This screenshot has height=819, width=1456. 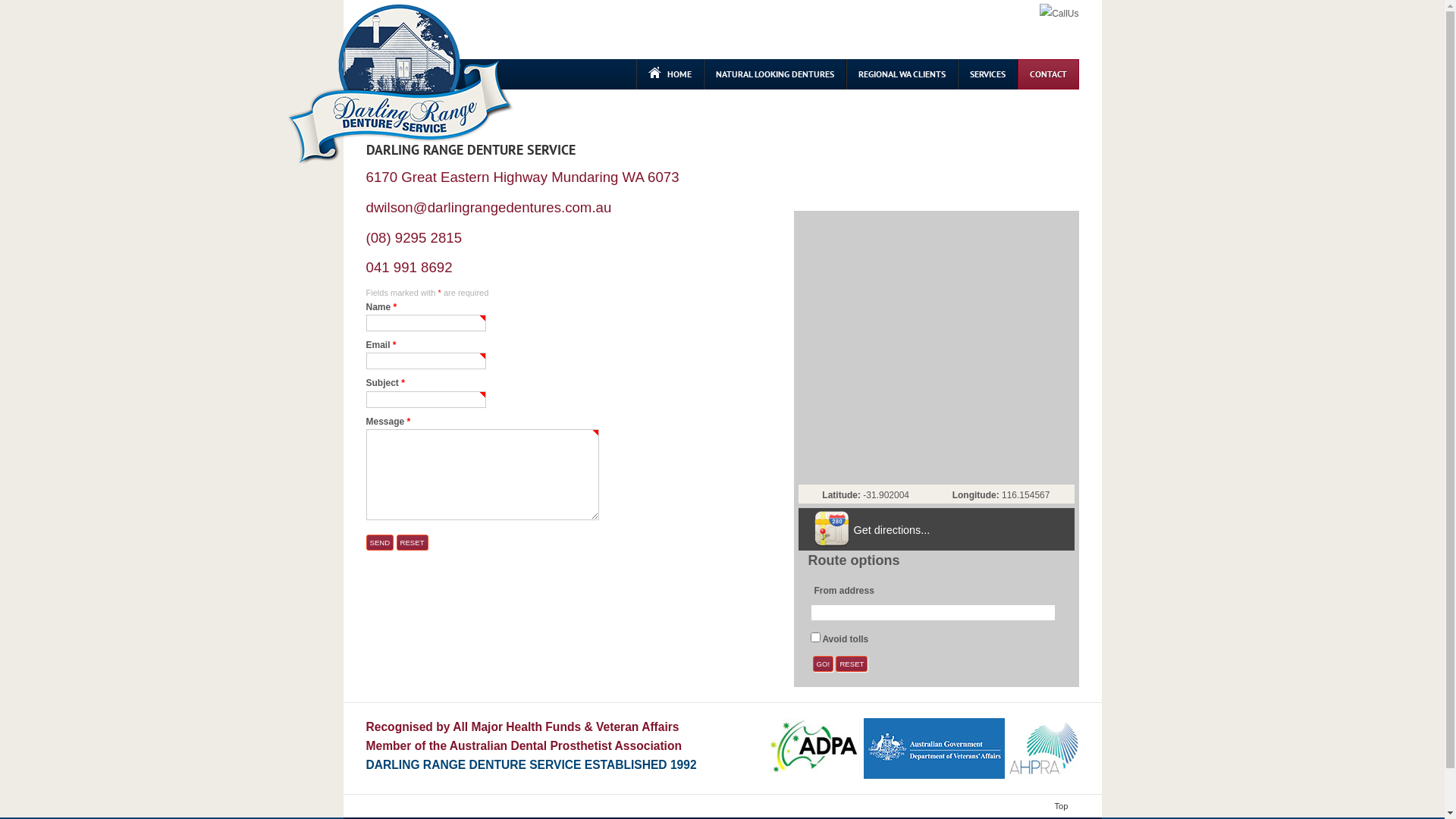 I want to click on 'NATURAL LOOKING DENTURES', so click(x=702, y=74).